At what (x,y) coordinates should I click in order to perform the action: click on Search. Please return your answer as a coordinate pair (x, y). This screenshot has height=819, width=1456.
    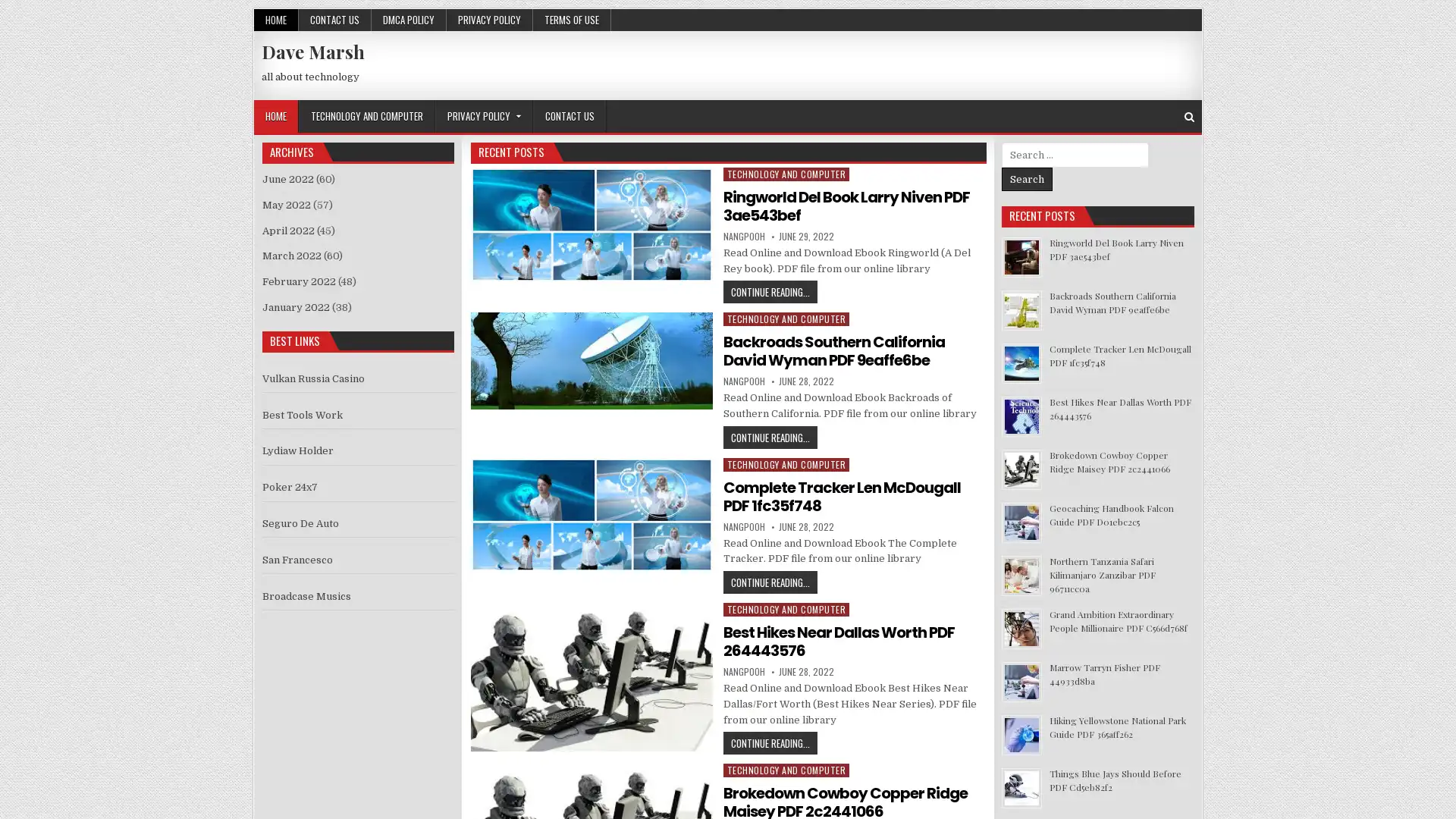
    Looking at the image, I should click on (1027, 178).